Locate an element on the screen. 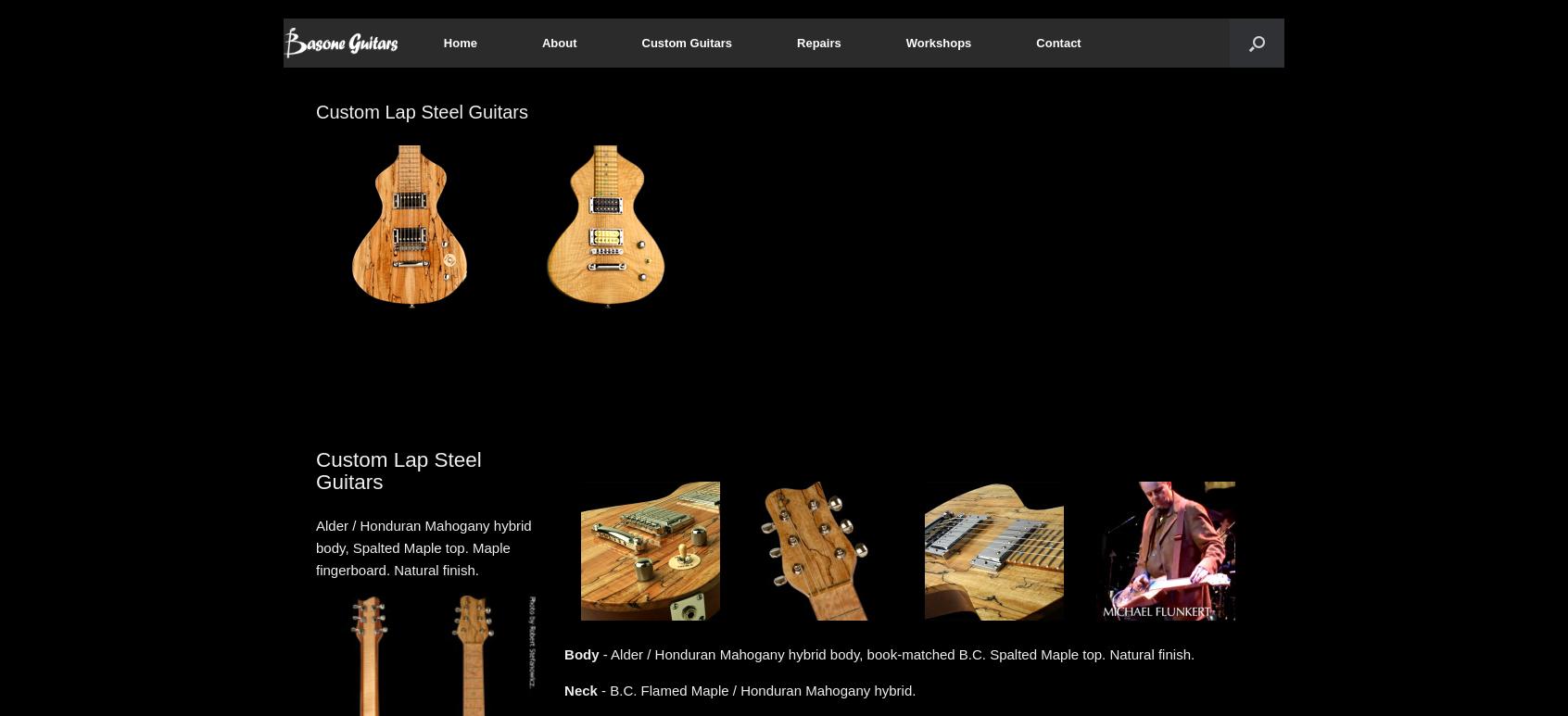  'Workshops' is located at coordinates (937, 42).